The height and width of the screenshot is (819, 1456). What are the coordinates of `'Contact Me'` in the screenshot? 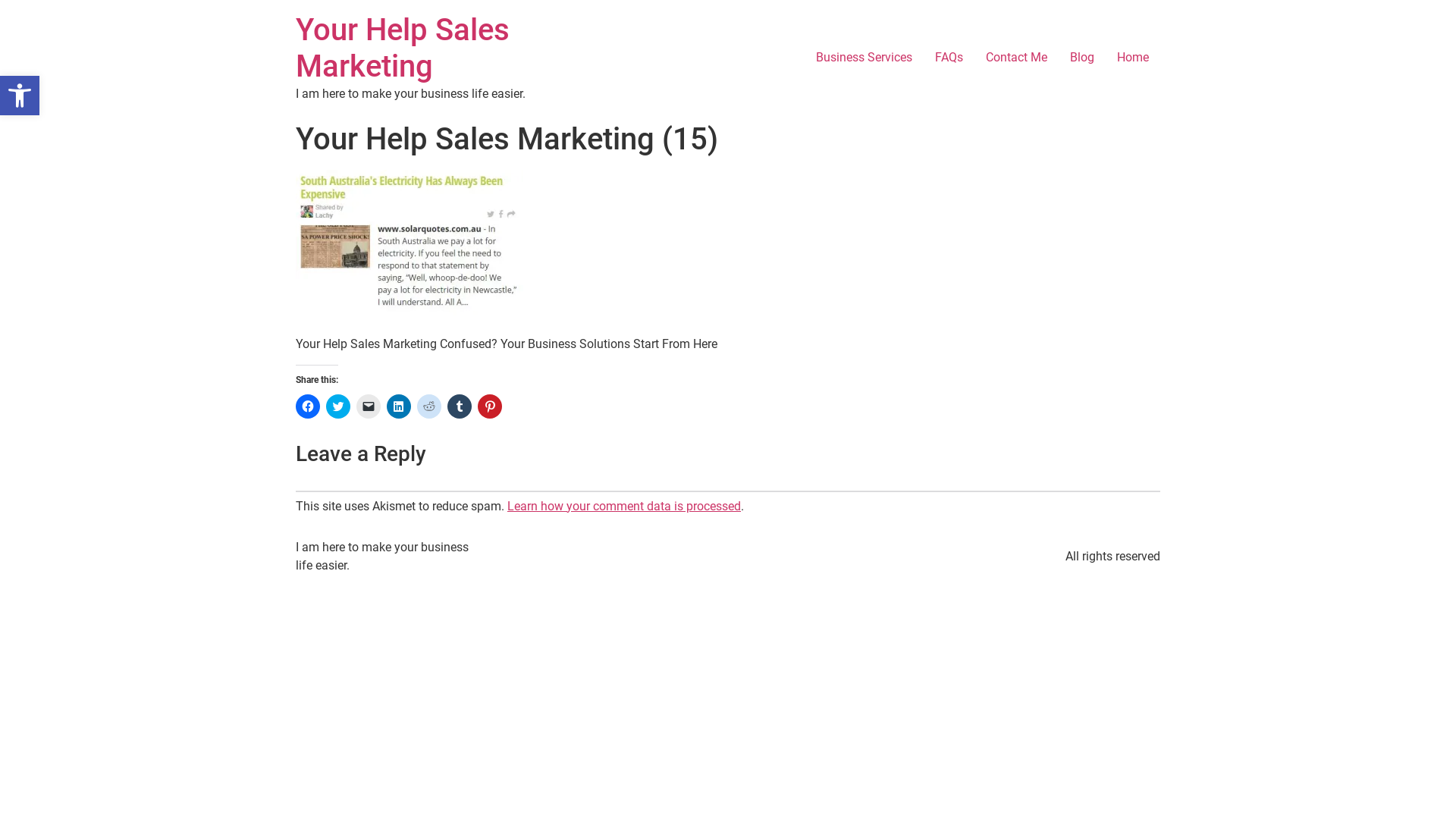 It's located at (974, 57).